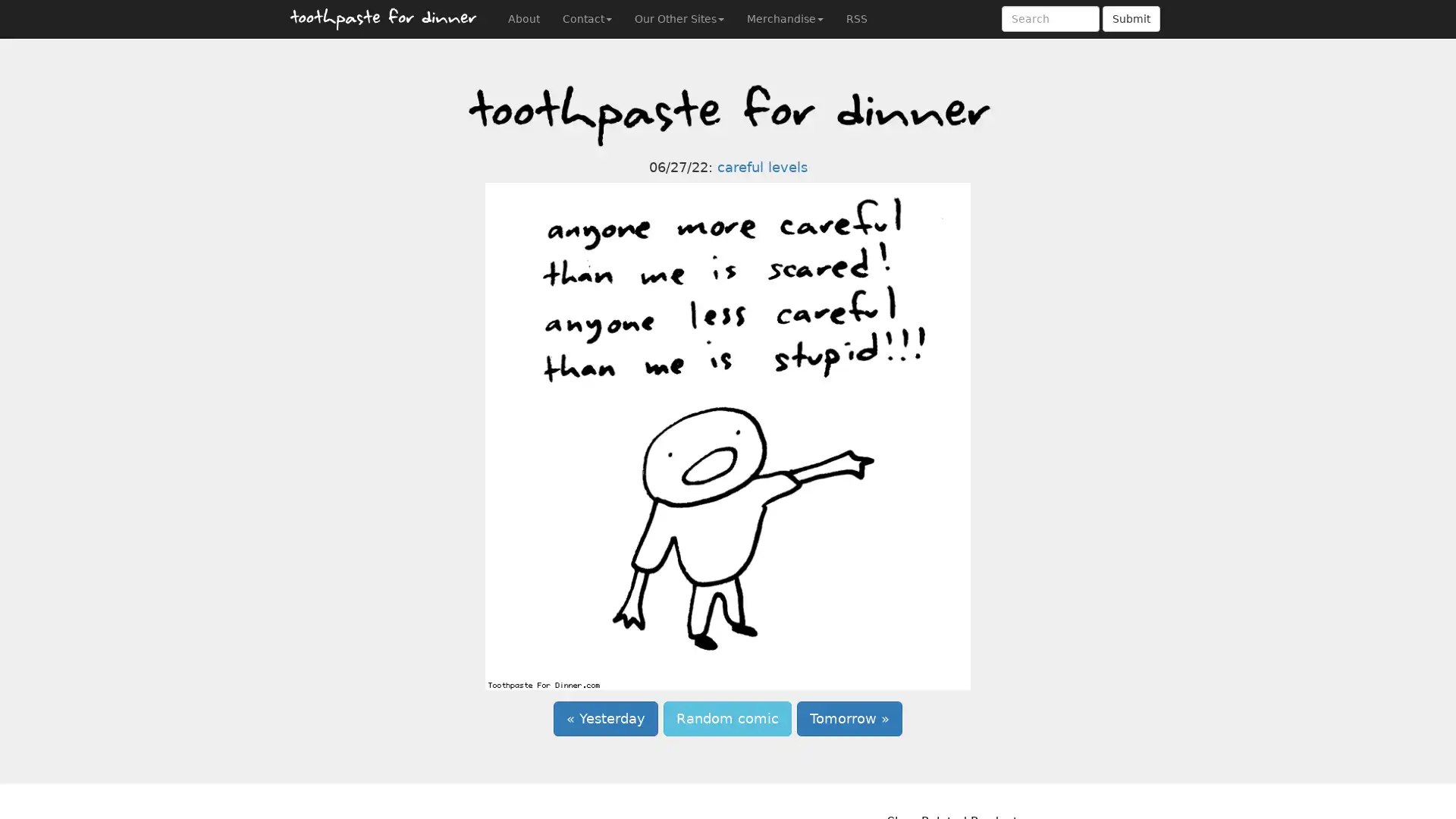 The image size is (1456, 819). Describe the element at coordinates (1131, 18) in the screenshot. I see `Submit` at that location.